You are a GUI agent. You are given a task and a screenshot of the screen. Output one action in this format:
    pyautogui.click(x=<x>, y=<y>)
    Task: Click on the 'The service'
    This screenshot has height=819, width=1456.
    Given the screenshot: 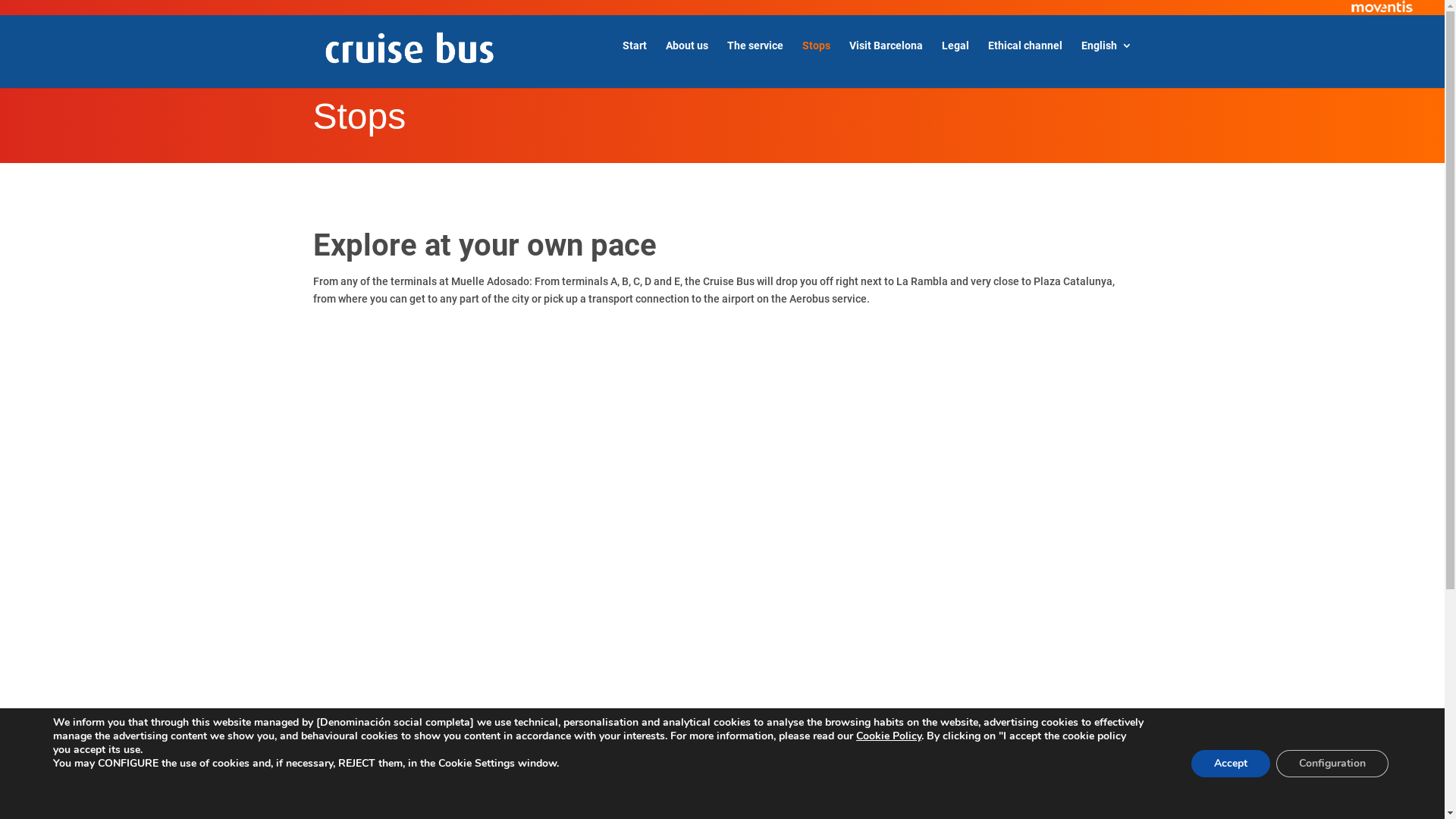 What is the action you would take?
    pyautogui.click(x=726, y=57)
    